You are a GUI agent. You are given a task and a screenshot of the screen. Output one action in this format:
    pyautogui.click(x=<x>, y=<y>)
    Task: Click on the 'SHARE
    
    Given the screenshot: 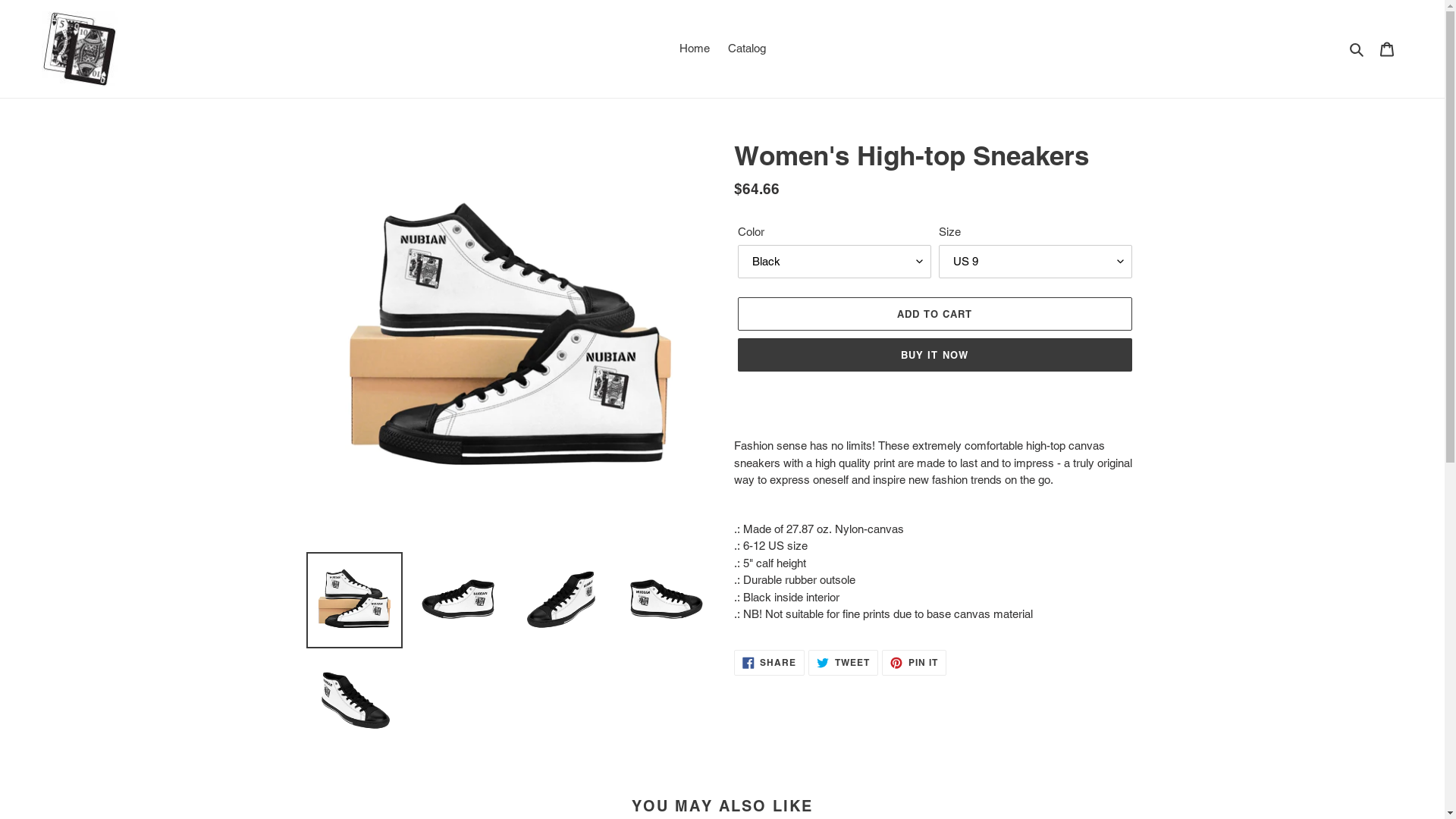 What is the action you would take?
    pyautogui.click(x=734, y=662)
    